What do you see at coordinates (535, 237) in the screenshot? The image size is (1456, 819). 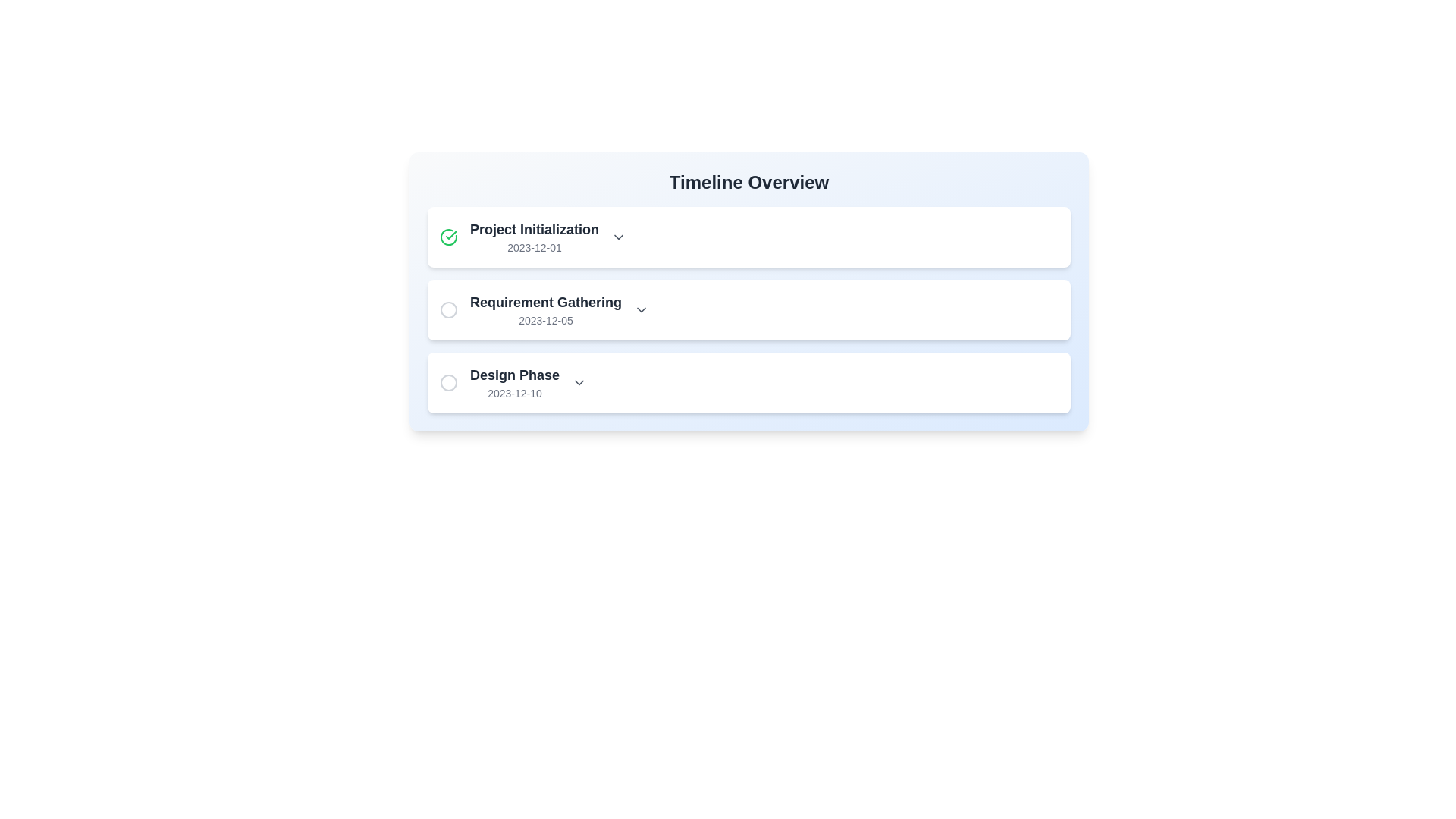 I see `the Text group (Title and Subtitle) displaying the project milestone title and date, located below the 'Timeline Overview' title and to the right of a checkmark icon` at bounding box center [535, 237].